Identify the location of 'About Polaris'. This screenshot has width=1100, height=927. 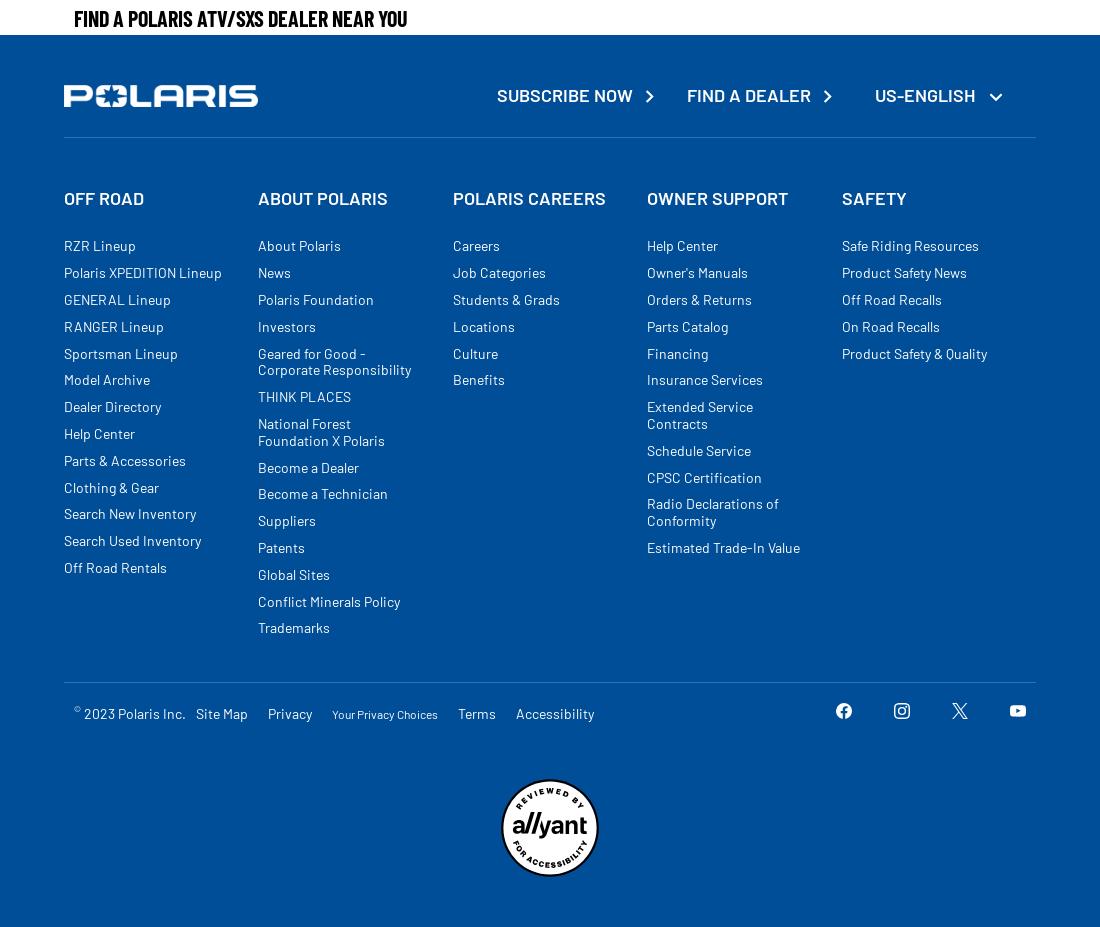
(298, 245).